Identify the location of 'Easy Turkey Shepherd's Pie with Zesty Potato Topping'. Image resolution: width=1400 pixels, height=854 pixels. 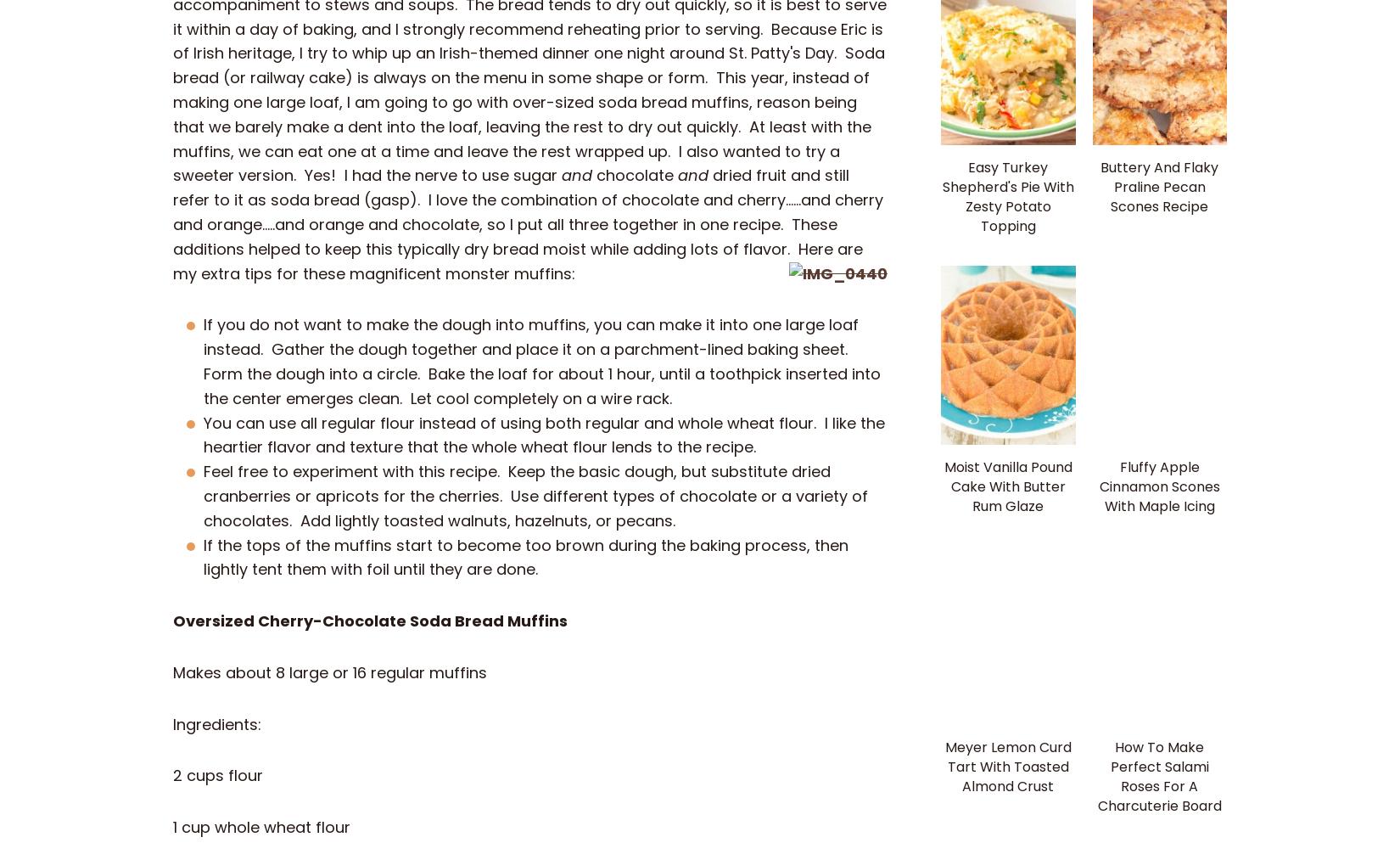
(1007, 195).